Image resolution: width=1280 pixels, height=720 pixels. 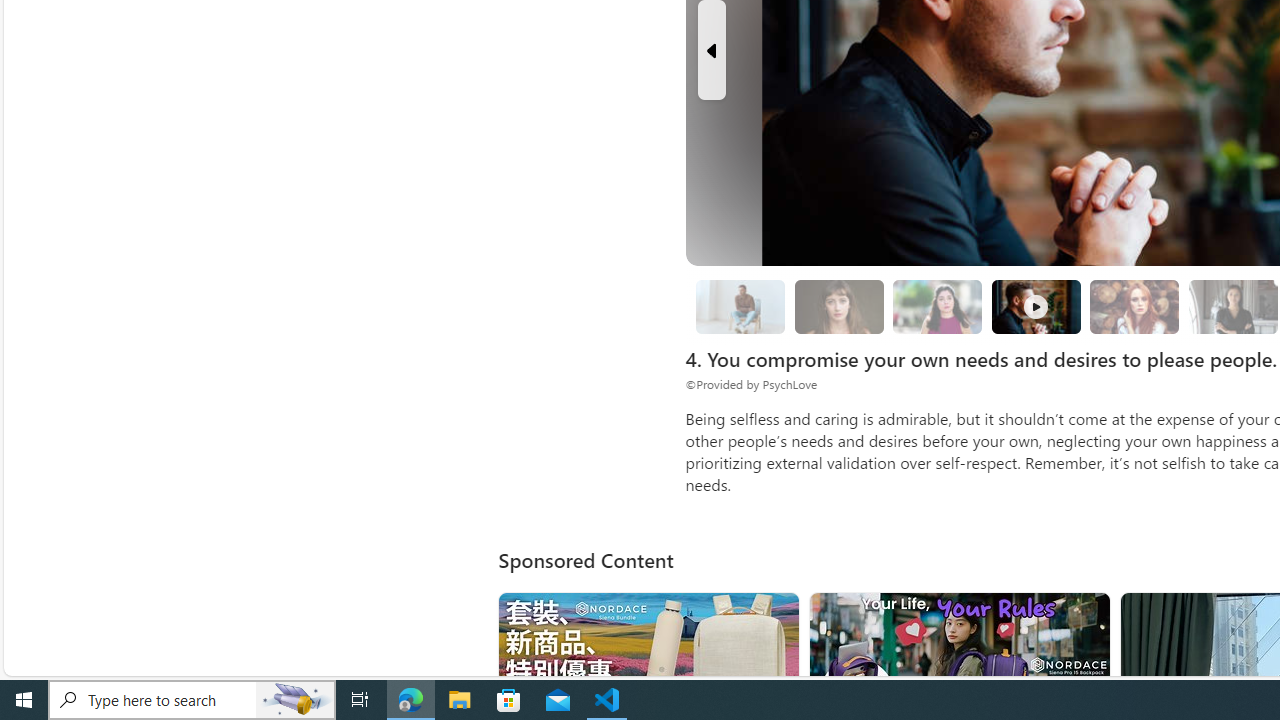 I want to click on 'Previous Slide', so click(x=711, y=49).